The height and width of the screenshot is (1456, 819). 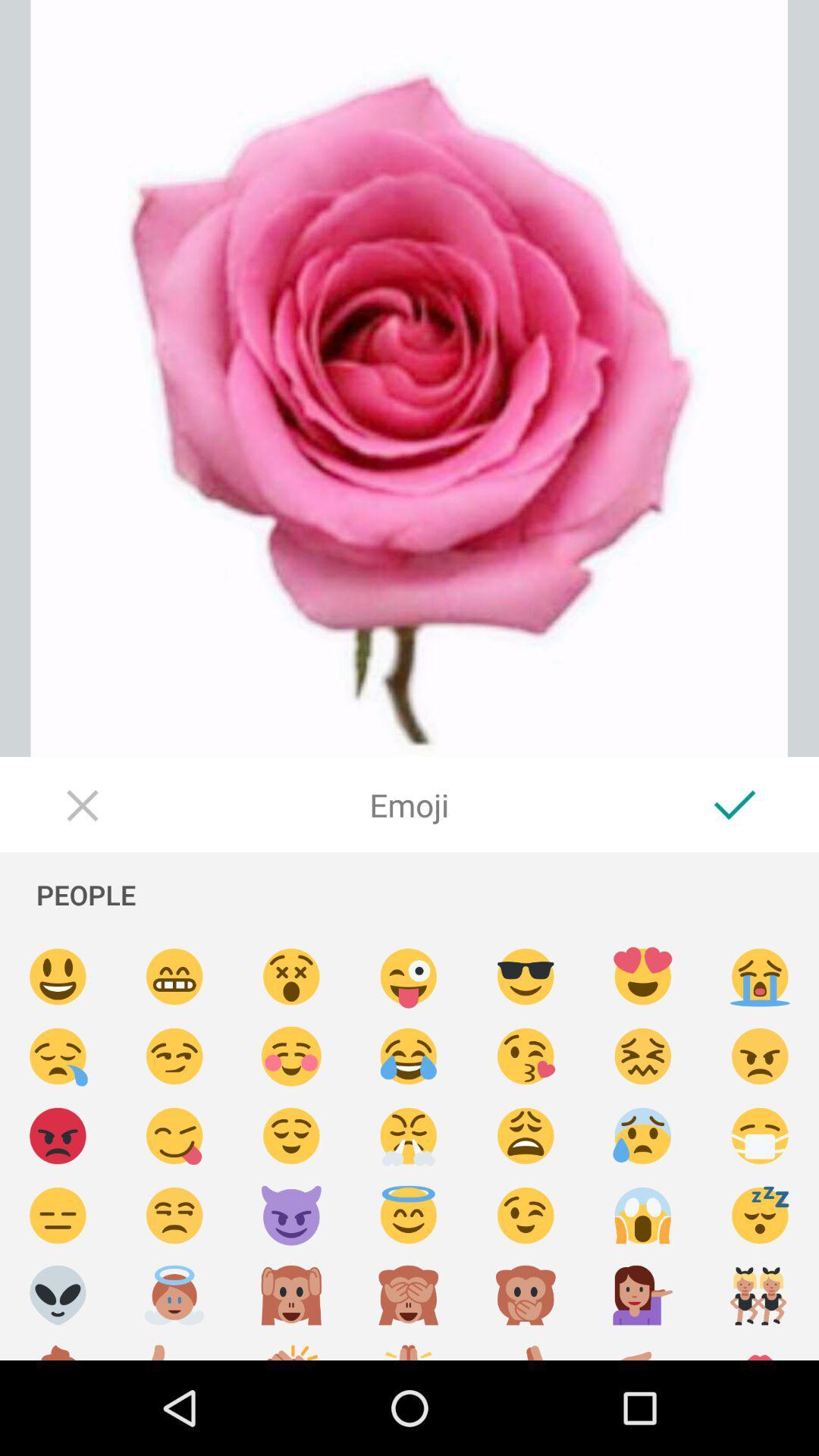 What do you see at coordinates (291, 1294) in the screenshot?
I see `send emoji` at bounding box center [291, 1294].